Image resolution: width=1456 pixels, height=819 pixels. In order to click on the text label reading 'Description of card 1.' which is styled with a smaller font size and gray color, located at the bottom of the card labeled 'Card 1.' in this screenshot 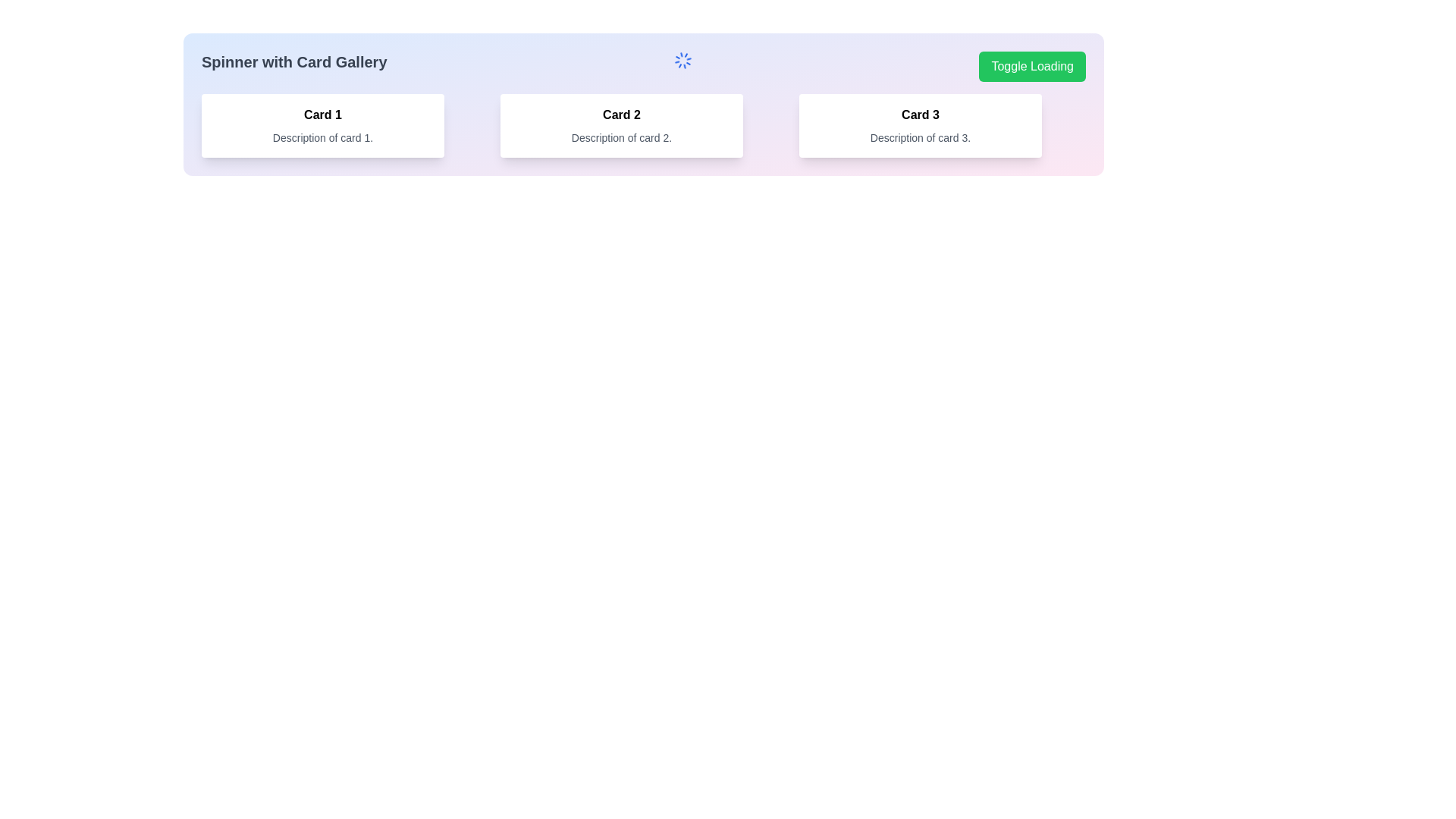, I will do `click(322, 137)`.